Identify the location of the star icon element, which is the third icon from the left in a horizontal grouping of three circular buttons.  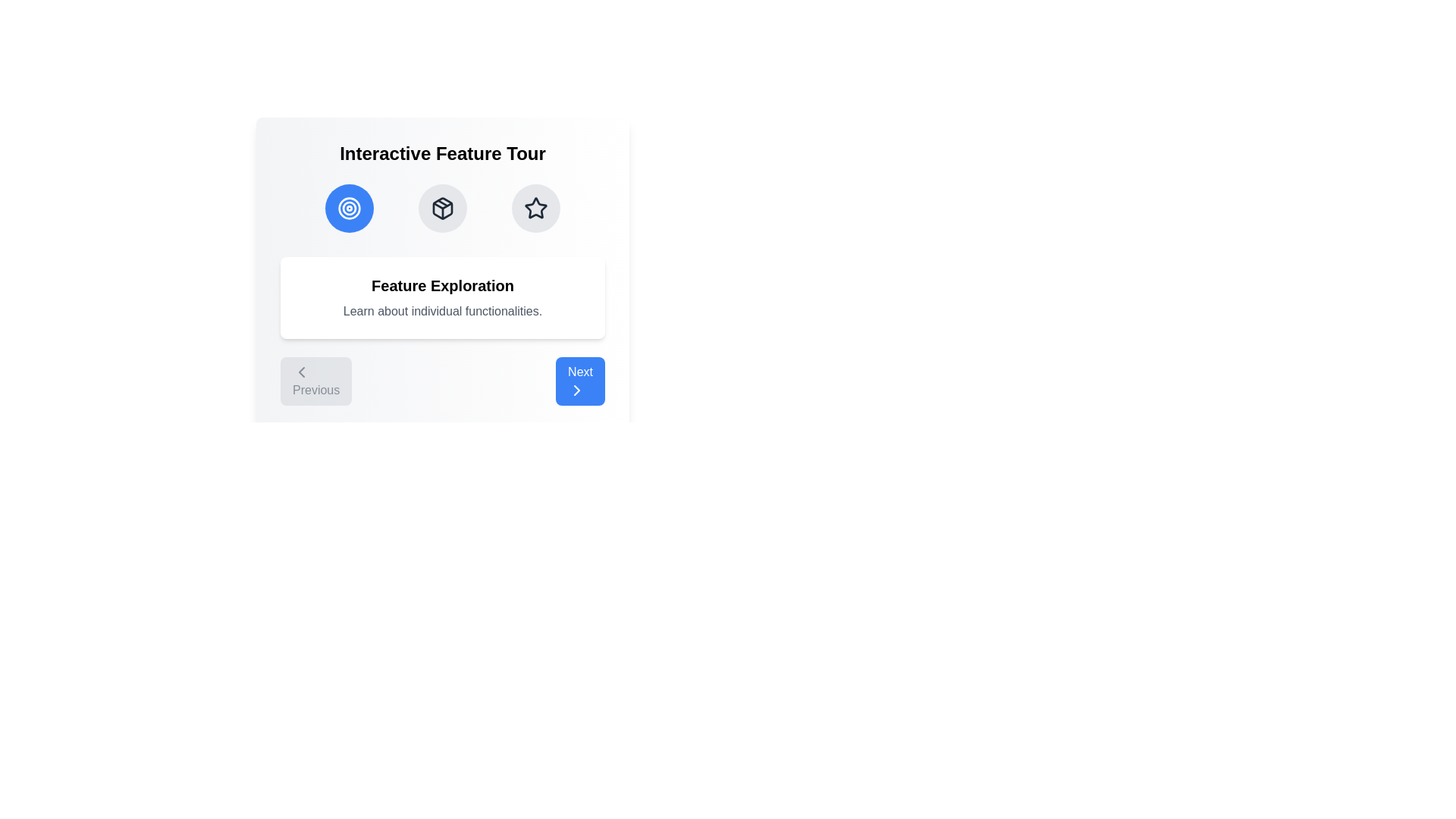
(535, 207).